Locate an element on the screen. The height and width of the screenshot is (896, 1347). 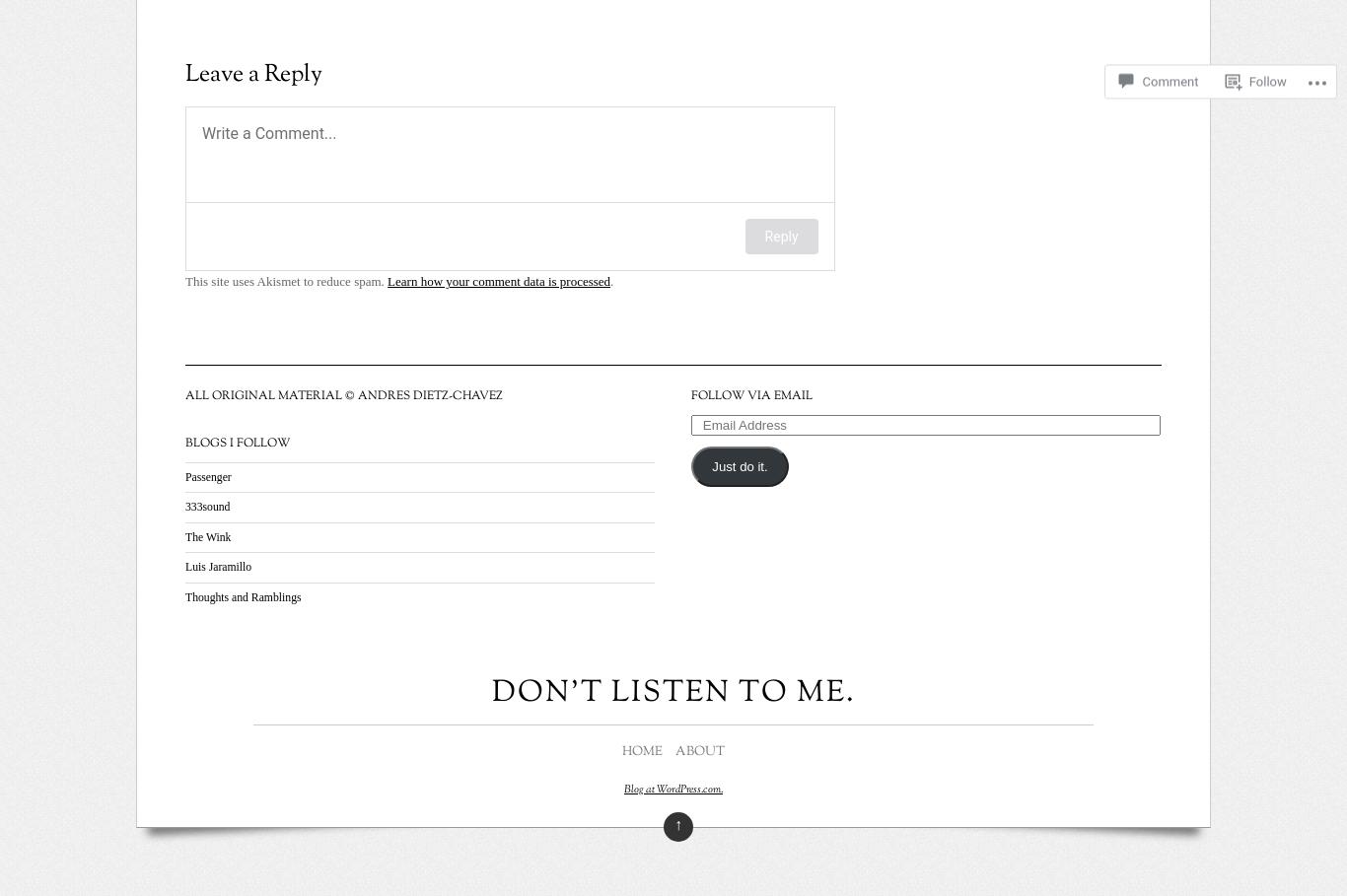
'About' is located at coordinates (698, 752).